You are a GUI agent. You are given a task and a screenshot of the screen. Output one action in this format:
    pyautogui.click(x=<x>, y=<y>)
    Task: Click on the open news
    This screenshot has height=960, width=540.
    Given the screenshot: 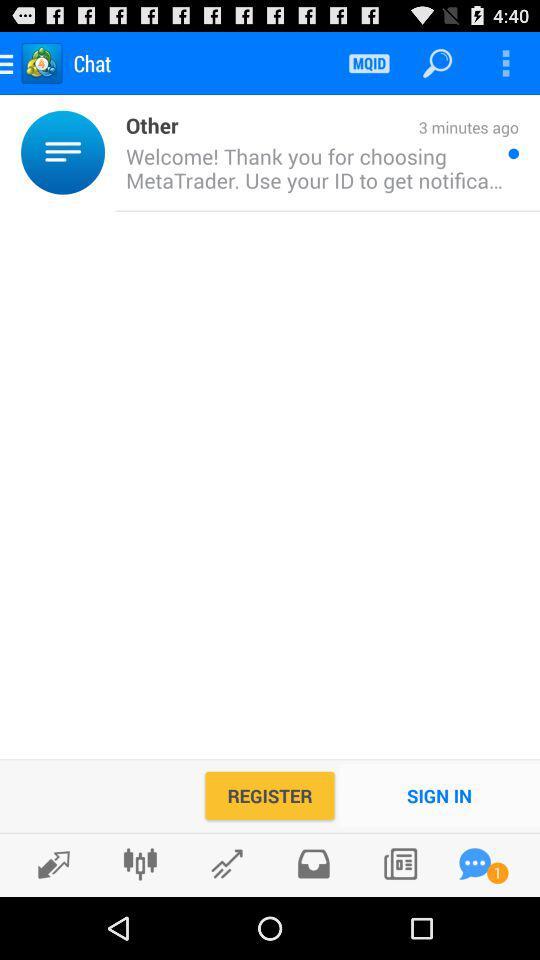 What is the action you would take?
    pyautogui.click(x=400, y=863)
    